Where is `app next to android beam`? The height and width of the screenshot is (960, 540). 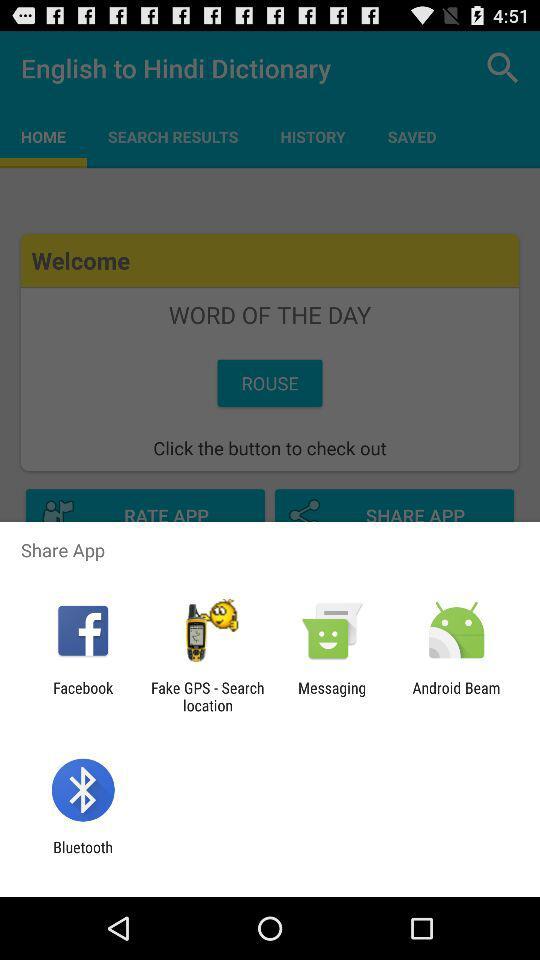 app next to android beam is located at coordinates (332, 696).